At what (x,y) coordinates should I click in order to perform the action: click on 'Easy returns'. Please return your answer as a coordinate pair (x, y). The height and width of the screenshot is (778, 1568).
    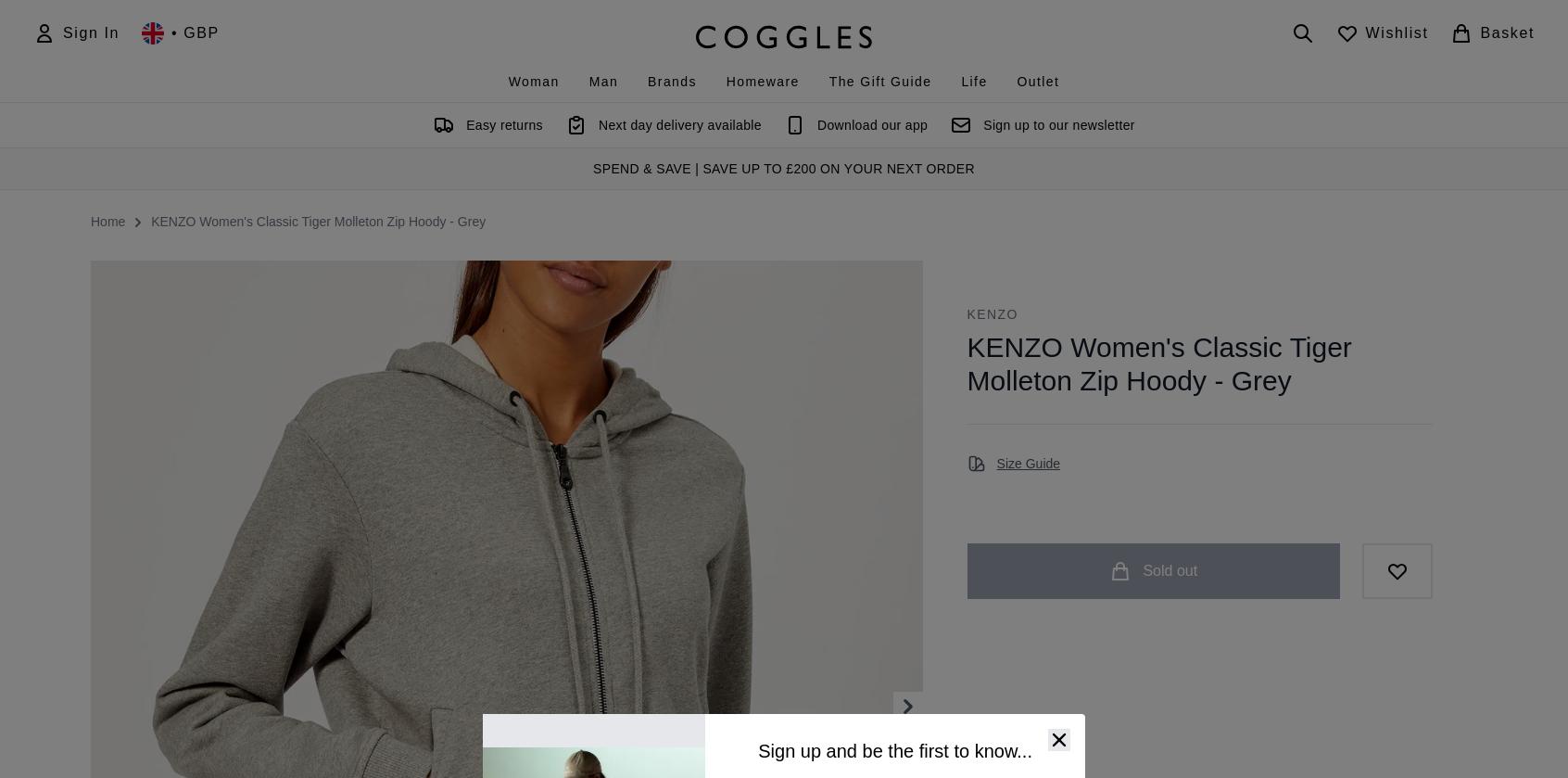
    Looking at the image, I should click on (466, 124).